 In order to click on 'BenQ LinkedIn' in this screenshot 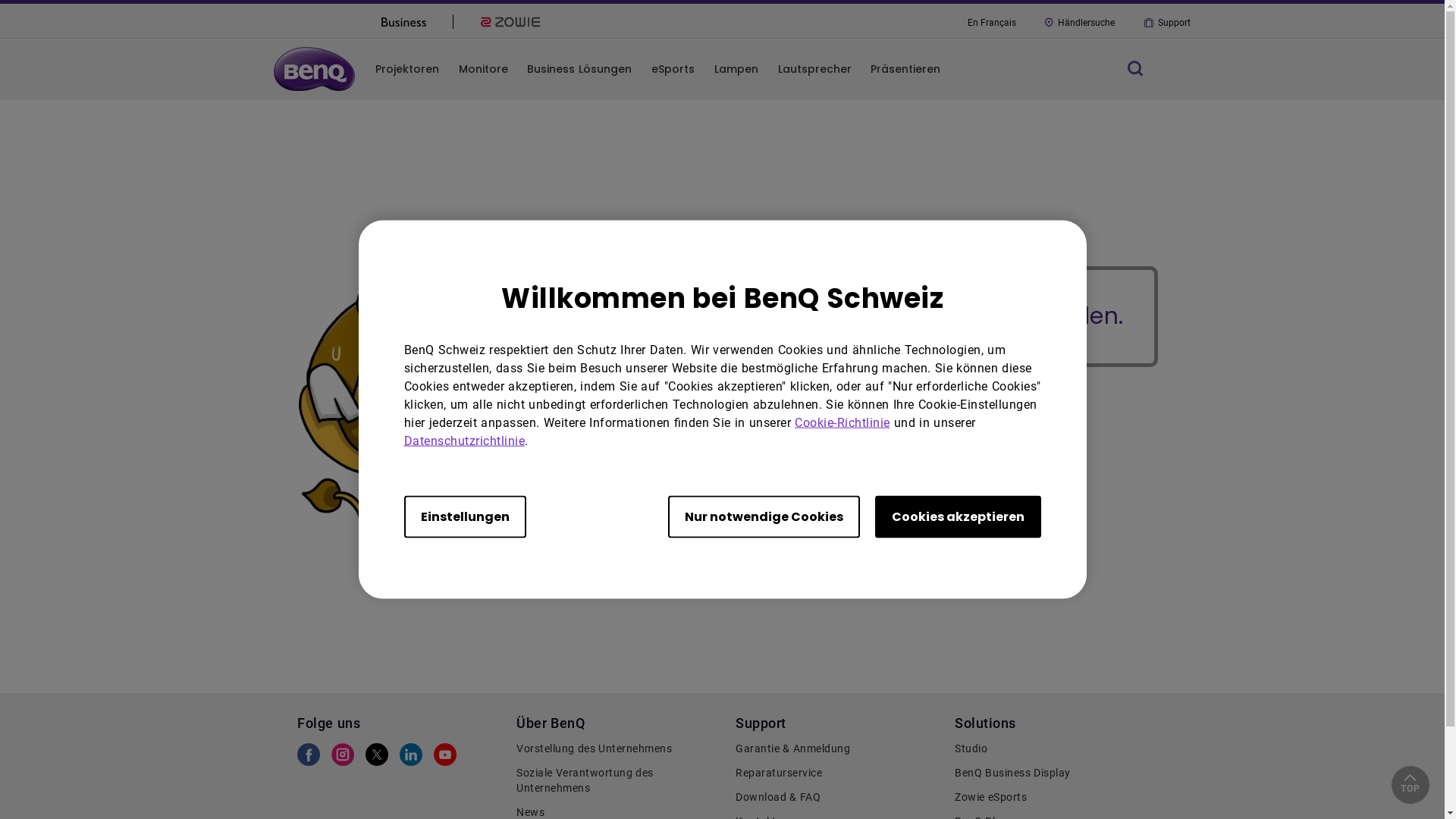, I will do `click(411, 758)`.